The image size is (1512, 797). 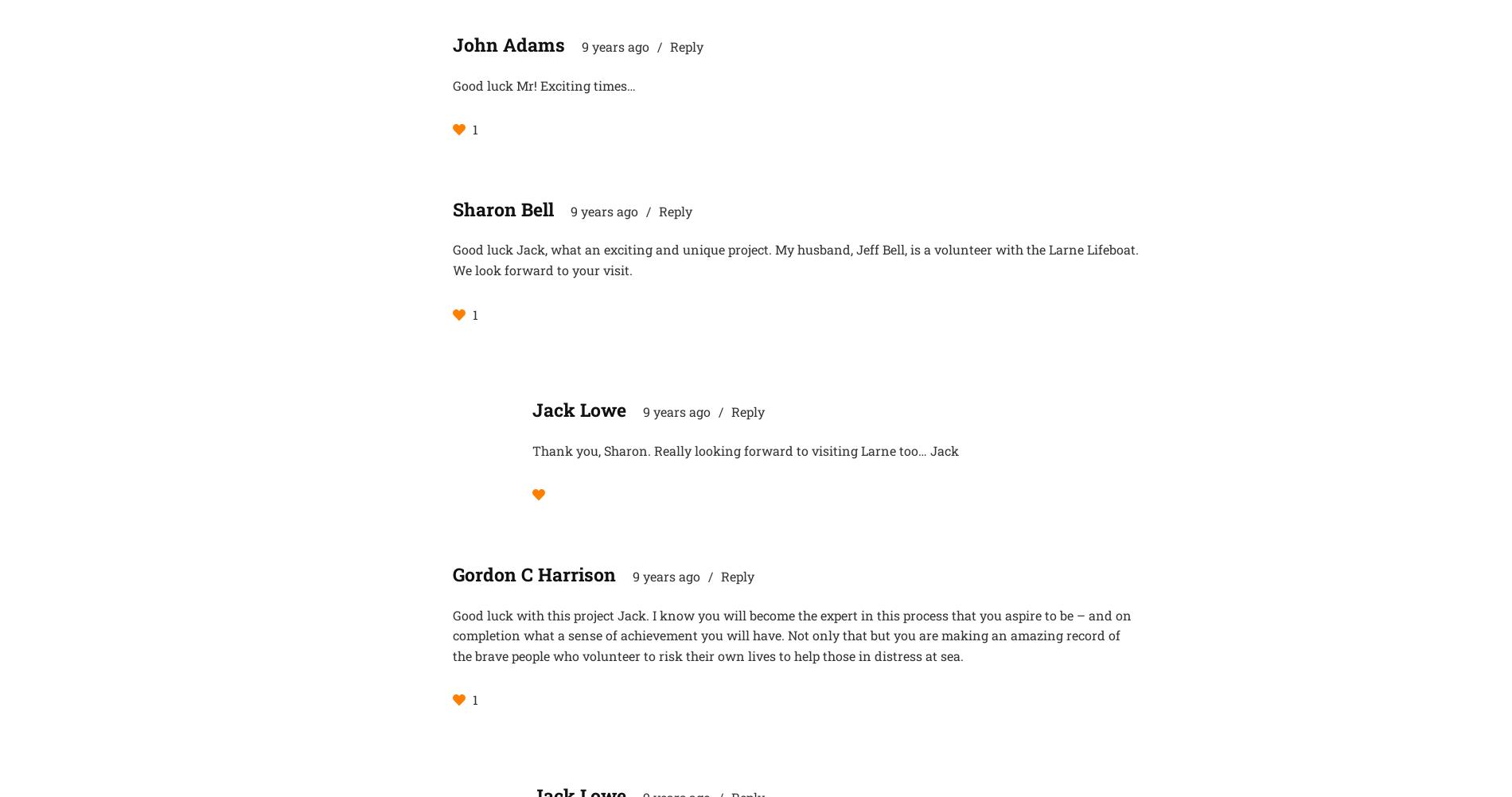 What do you see at coordinates (453, 574) in the screenshot?
I see `'Gordon C Harrison'` at bounding box center [453, 574].